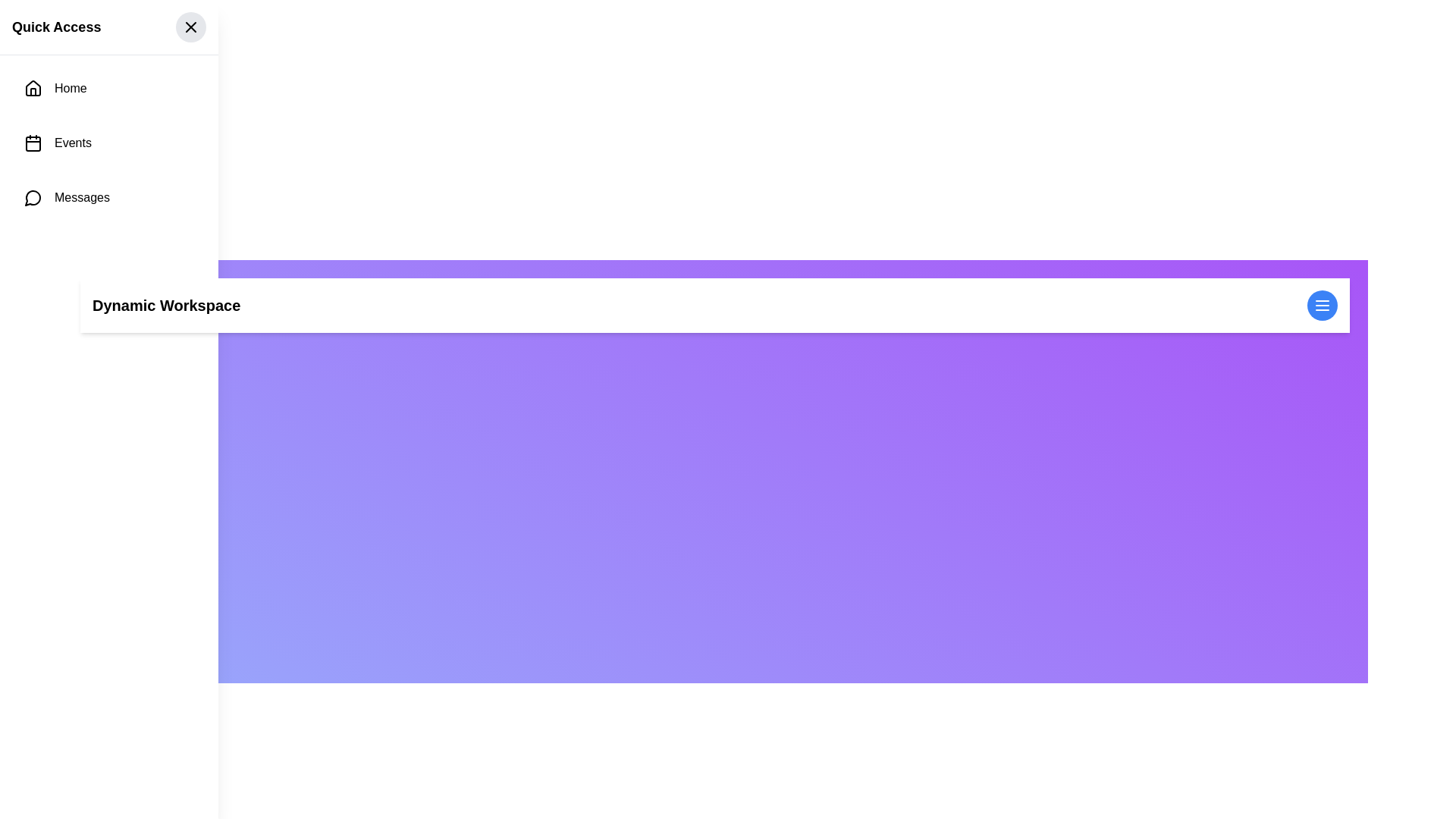 The image size is (1456, 819). I want to click on the 'Events' button, so click(108, 143).